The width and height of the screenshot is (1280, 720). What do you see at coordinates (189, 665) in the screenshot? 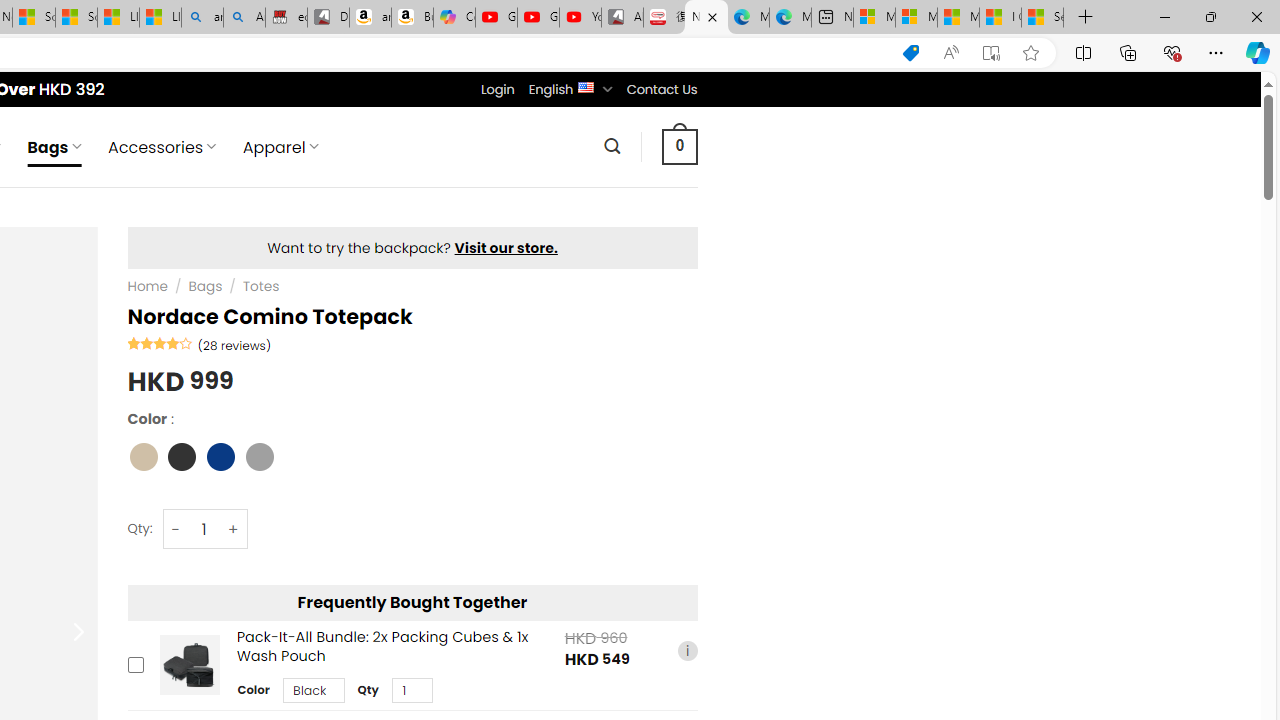
I see `'Pack-It-All Bundle: 2x Packing Cubes & 1x Wash Pouch'` at bounding box center [189, 665].